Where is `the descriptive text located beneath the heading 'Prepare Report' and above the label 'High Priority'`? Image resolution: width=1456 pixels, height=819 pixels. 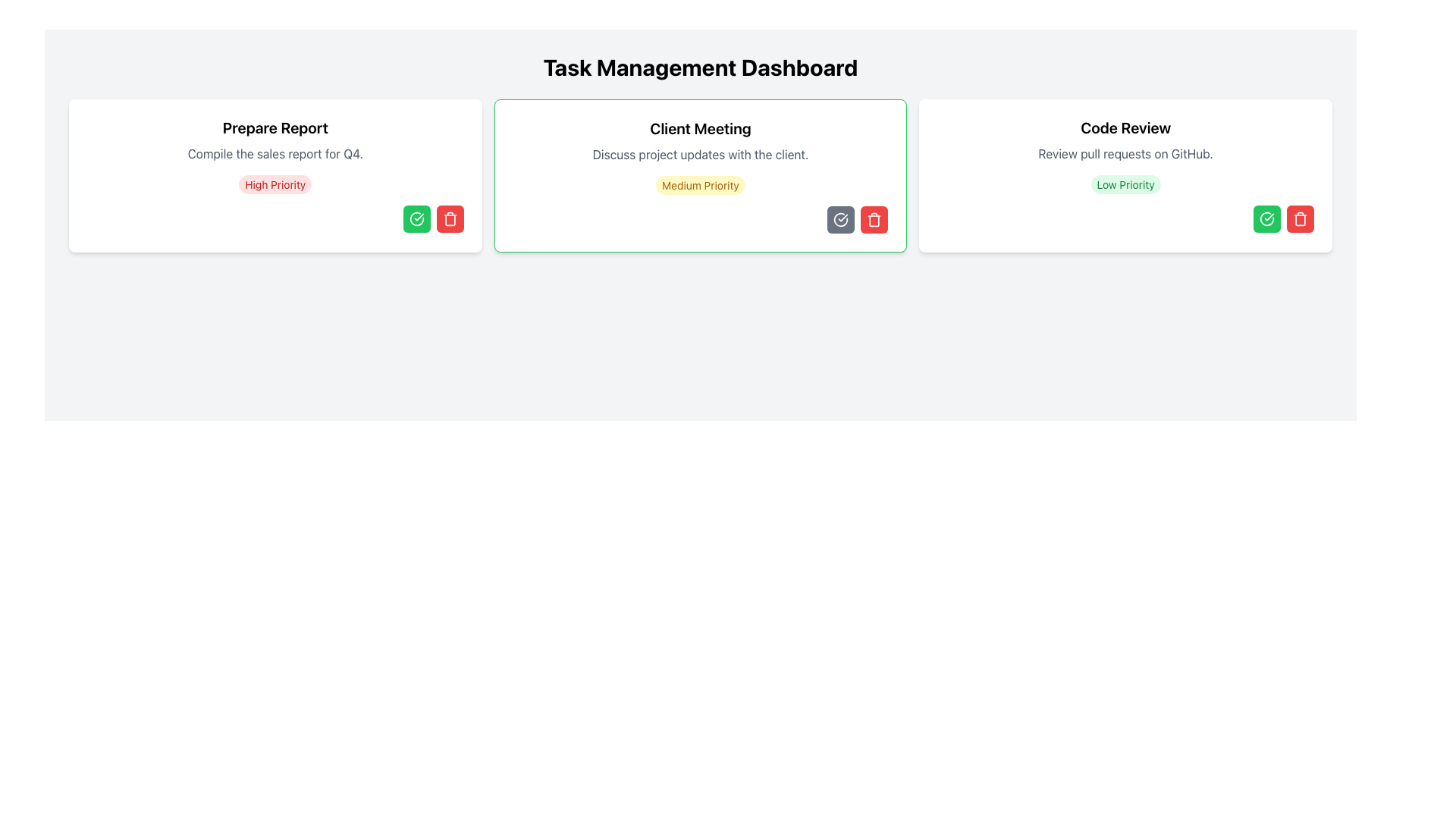 the descriptive text located beneath the heading 'Prepare Report' and above the label 'High Priority' is located at coordinates (275, 154).